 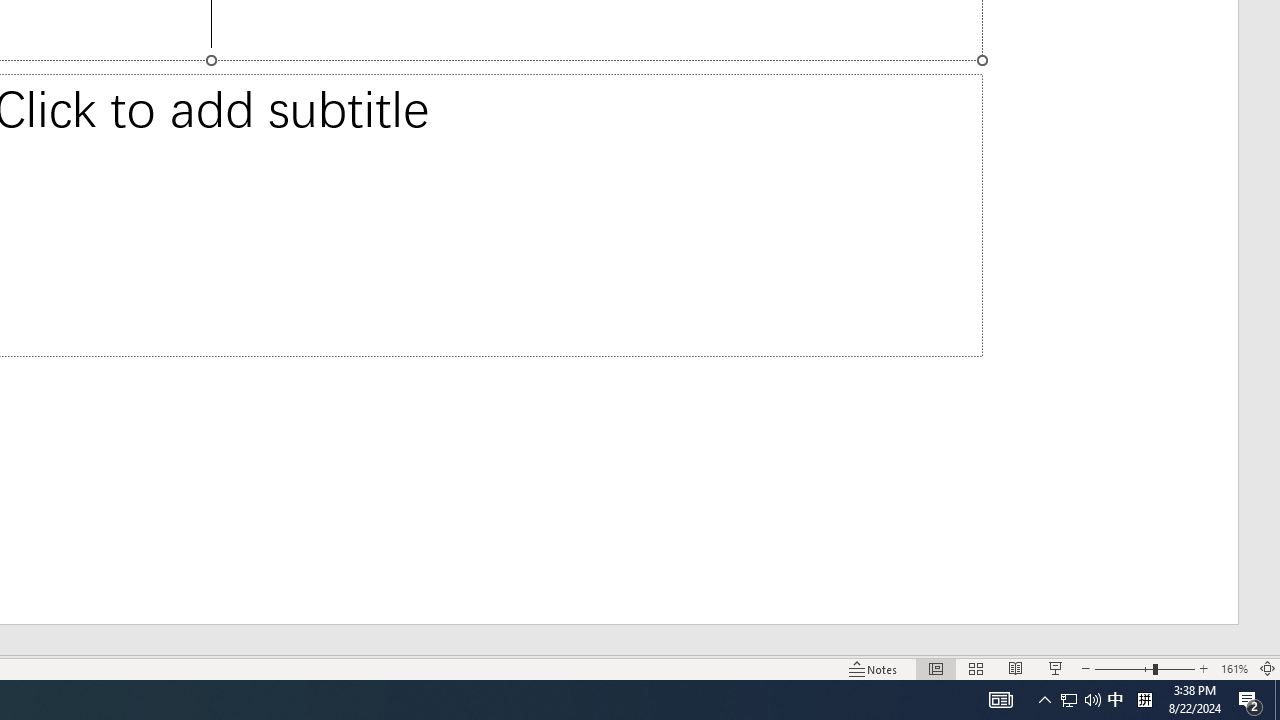 What do you see at coordinates (1233, 669) in the screenshot?
I see `'Zoom 161%'` at bounding box center [1233, 669].